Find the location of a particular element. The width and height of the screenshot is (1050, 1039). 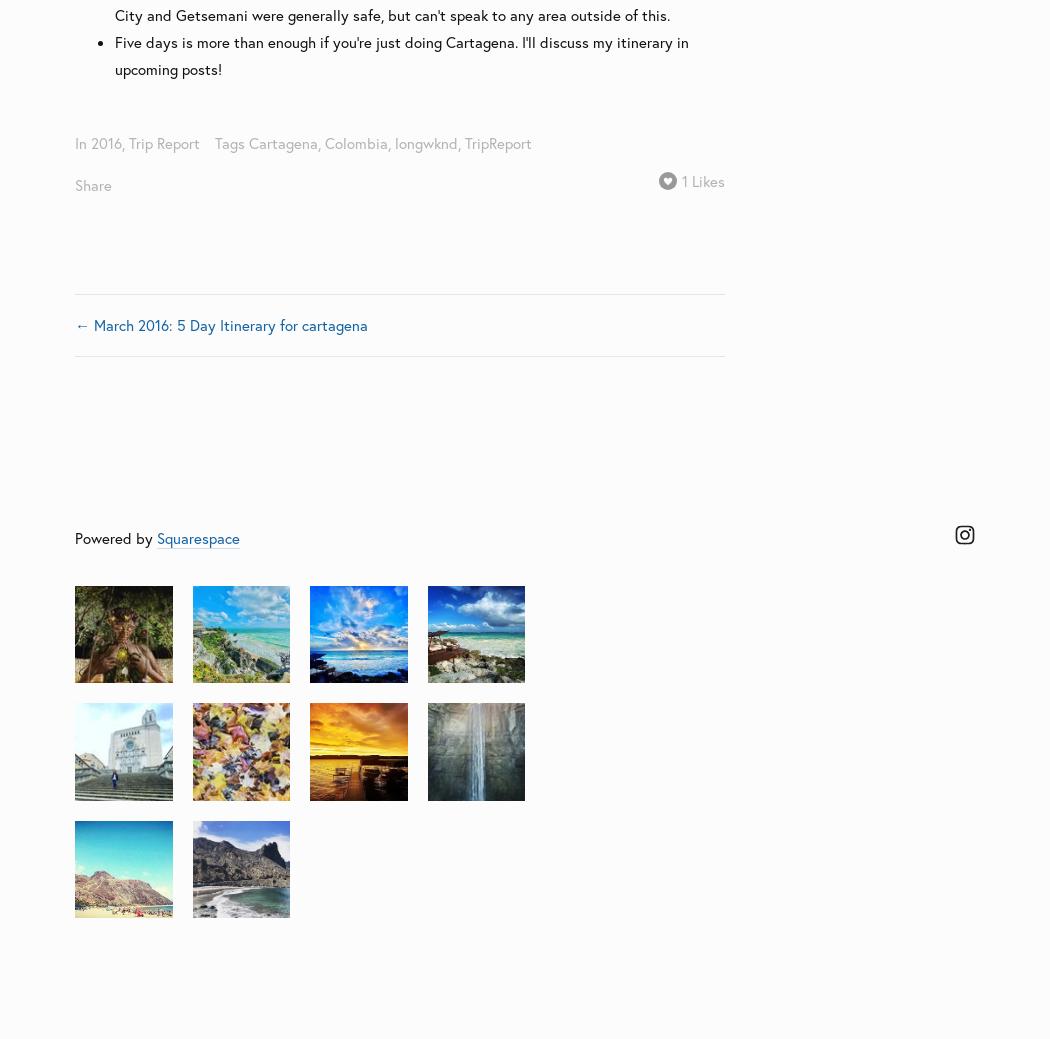

'Share' is located at coordinates (93, 184).